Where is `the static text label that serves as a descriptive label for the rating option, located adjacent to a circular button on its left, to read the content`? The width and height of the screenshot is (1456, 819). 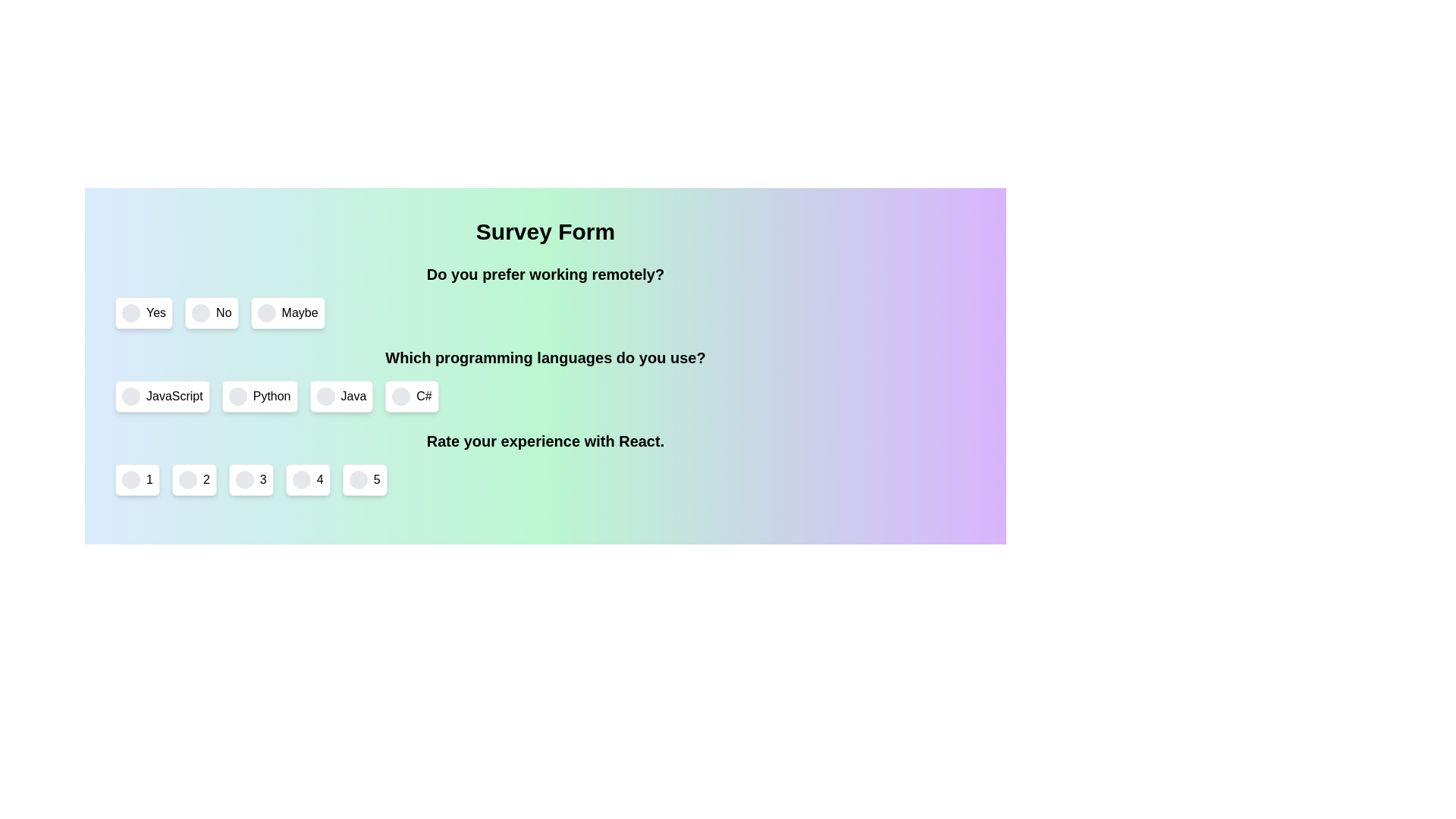 the static text label that serves as a descriptive label for the rating option, located adjacent to a circular button on its left, to read the content is located at coordinates (149, 479).